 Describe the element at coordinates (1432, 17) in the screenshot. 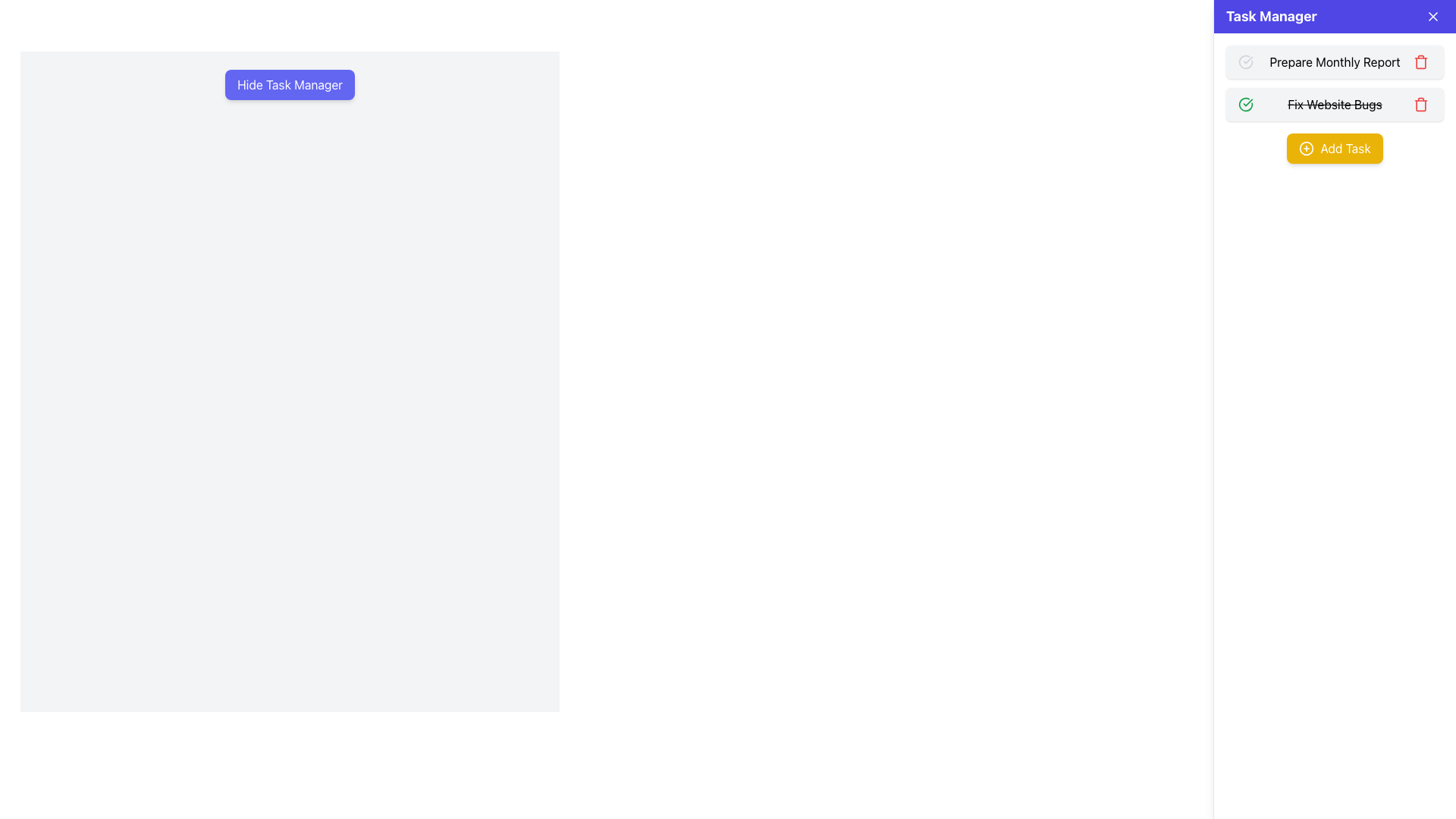

I see `the close button with a white 'X' symbol on a blue background located at the top-right corner of the 'Task Manager' header bar to change its color` at that location.